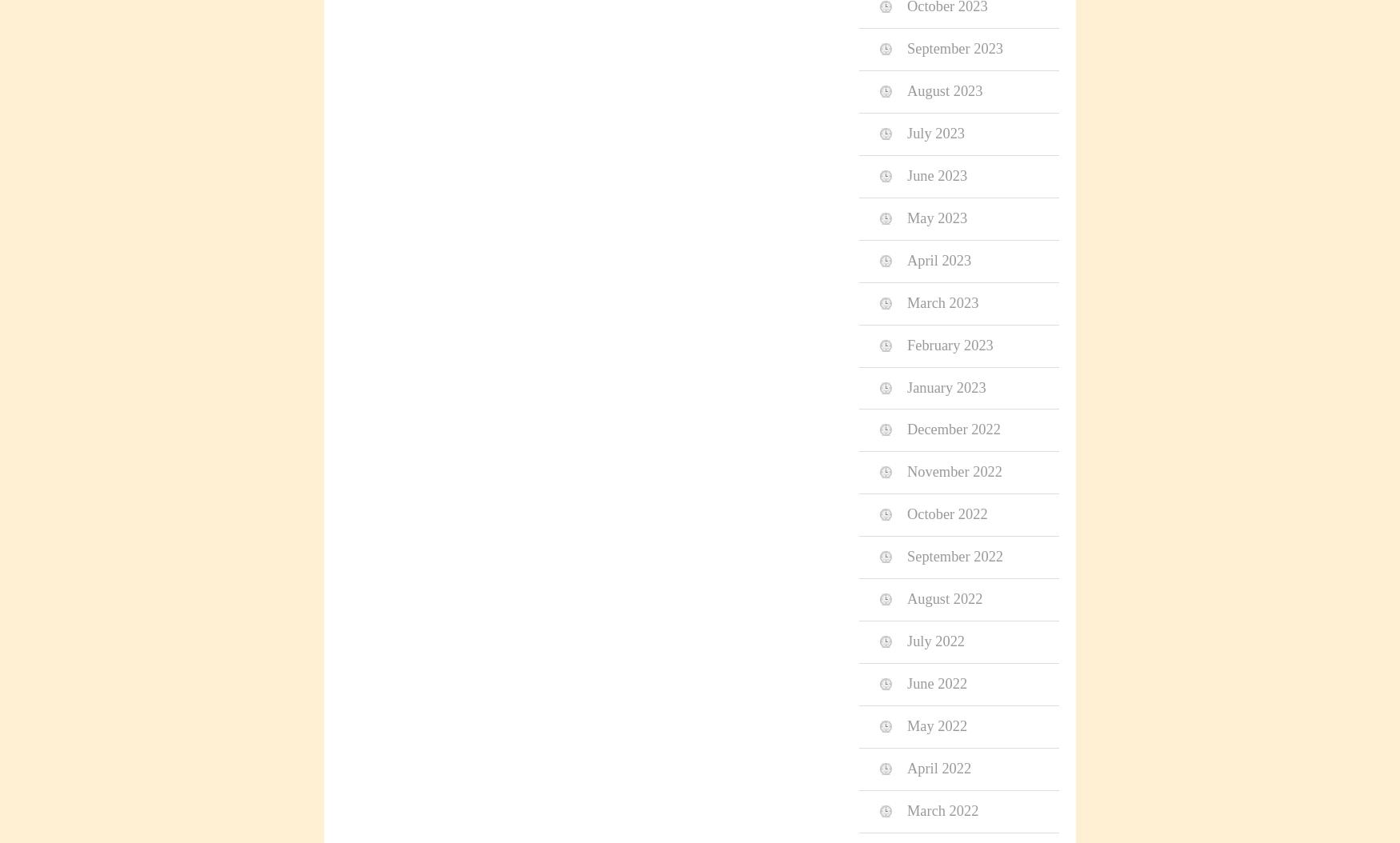  What do you see at coordinates (942, 809) in the screenshot?
I see `'March 2022'` at bounding box center [942, 809].